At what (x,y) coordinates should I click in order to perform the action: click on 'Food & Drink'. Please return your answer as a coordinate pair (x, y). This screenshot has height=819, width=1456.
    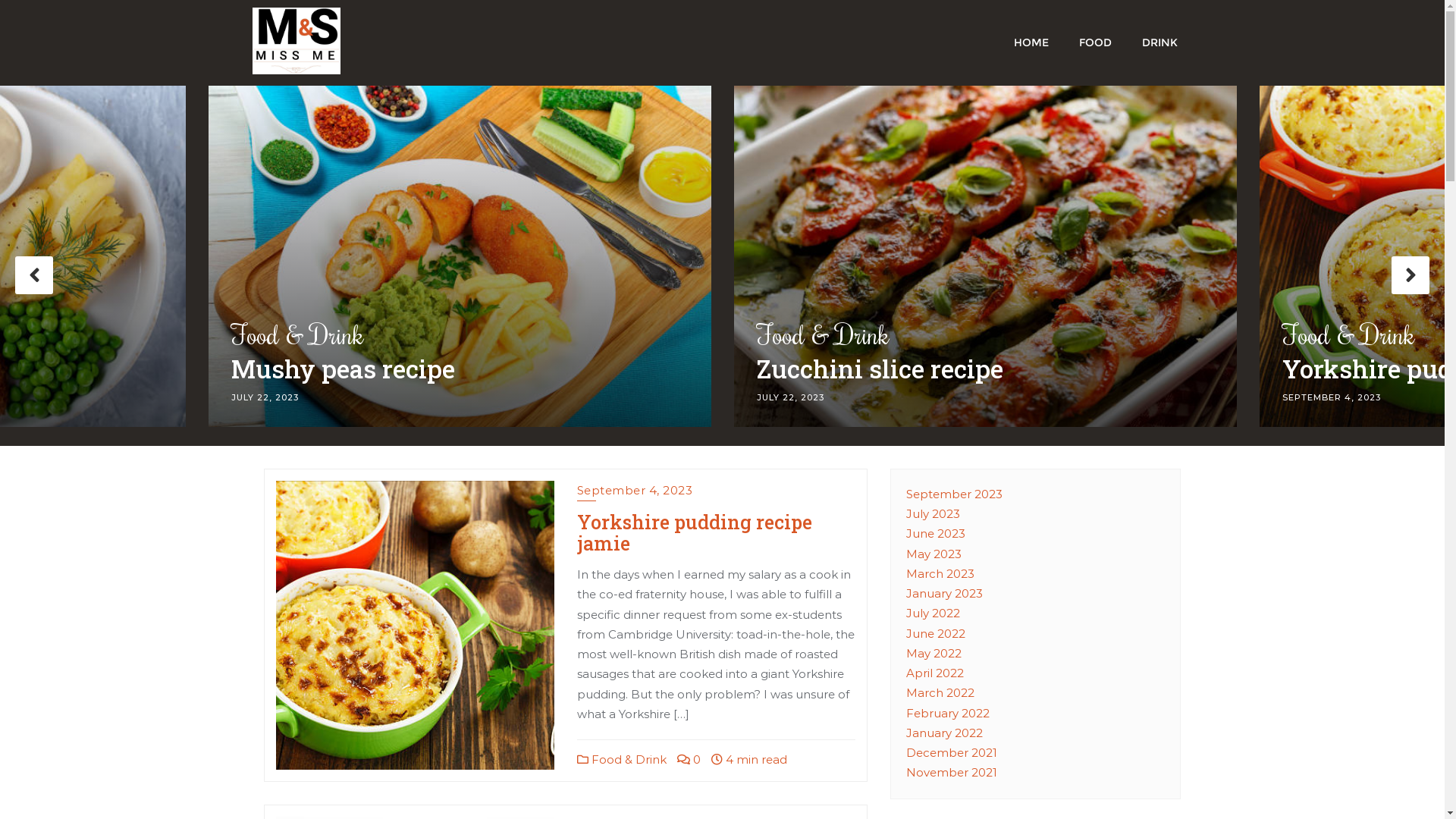
    Looking at the image, I should click on (622, 759).